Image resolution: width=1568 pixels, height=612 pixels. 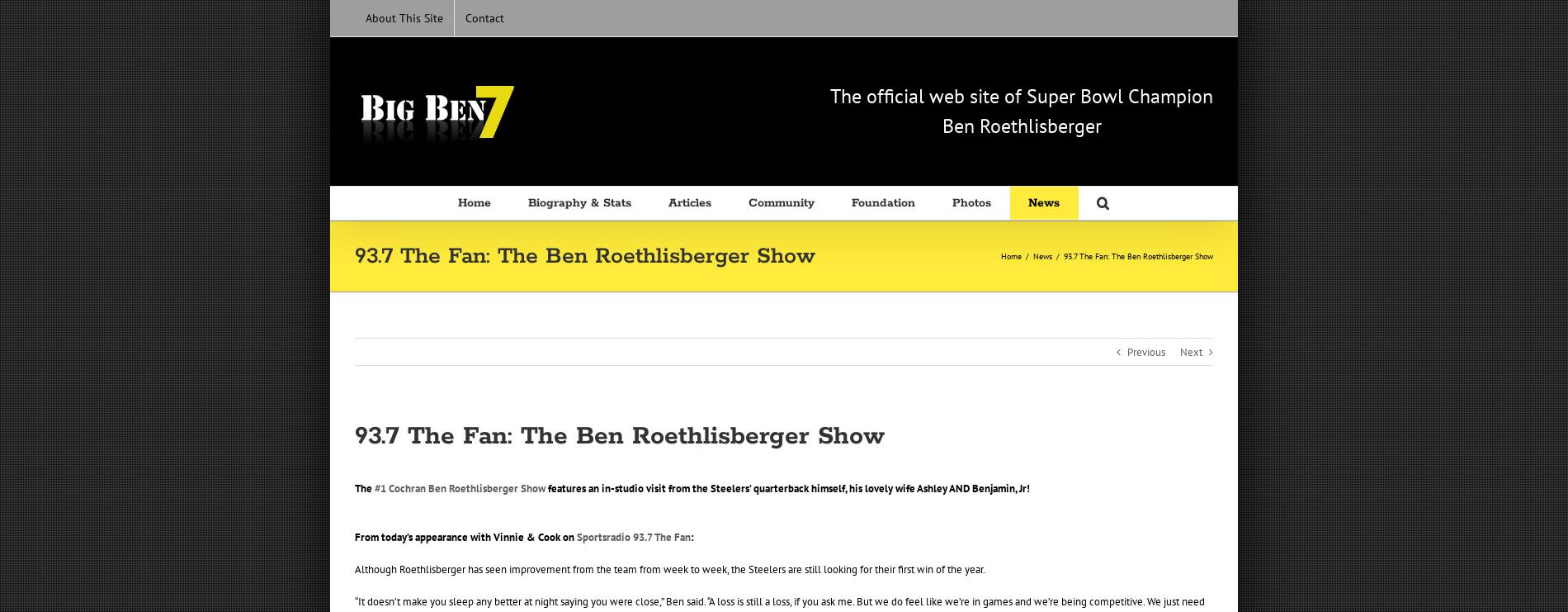 What do you see at coordinates (545, 487) in the screenshot?
I see `'features an in-studio visit from the Steelers’ quarterback himself, his lovely wife Ashley AND Benjamin, Jr!'` at bounding box center [545, 487].